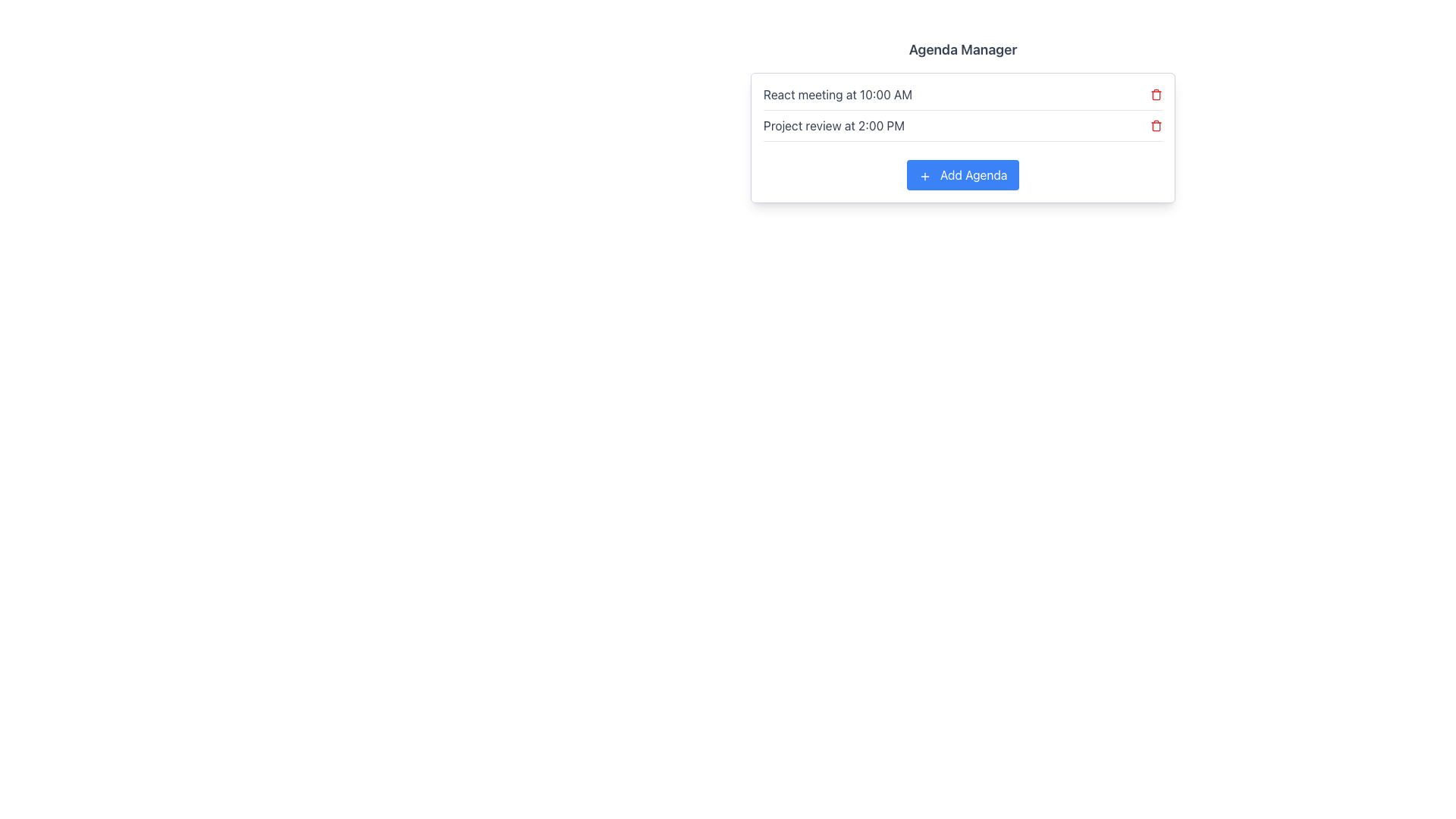  Describe the element at coordinates (1156, 124) in the screenshot. I see `the trash can icon button located at the bottom-right corner of the 'Project review at 2:00 PM' text block to observe the color change effect` at that location.